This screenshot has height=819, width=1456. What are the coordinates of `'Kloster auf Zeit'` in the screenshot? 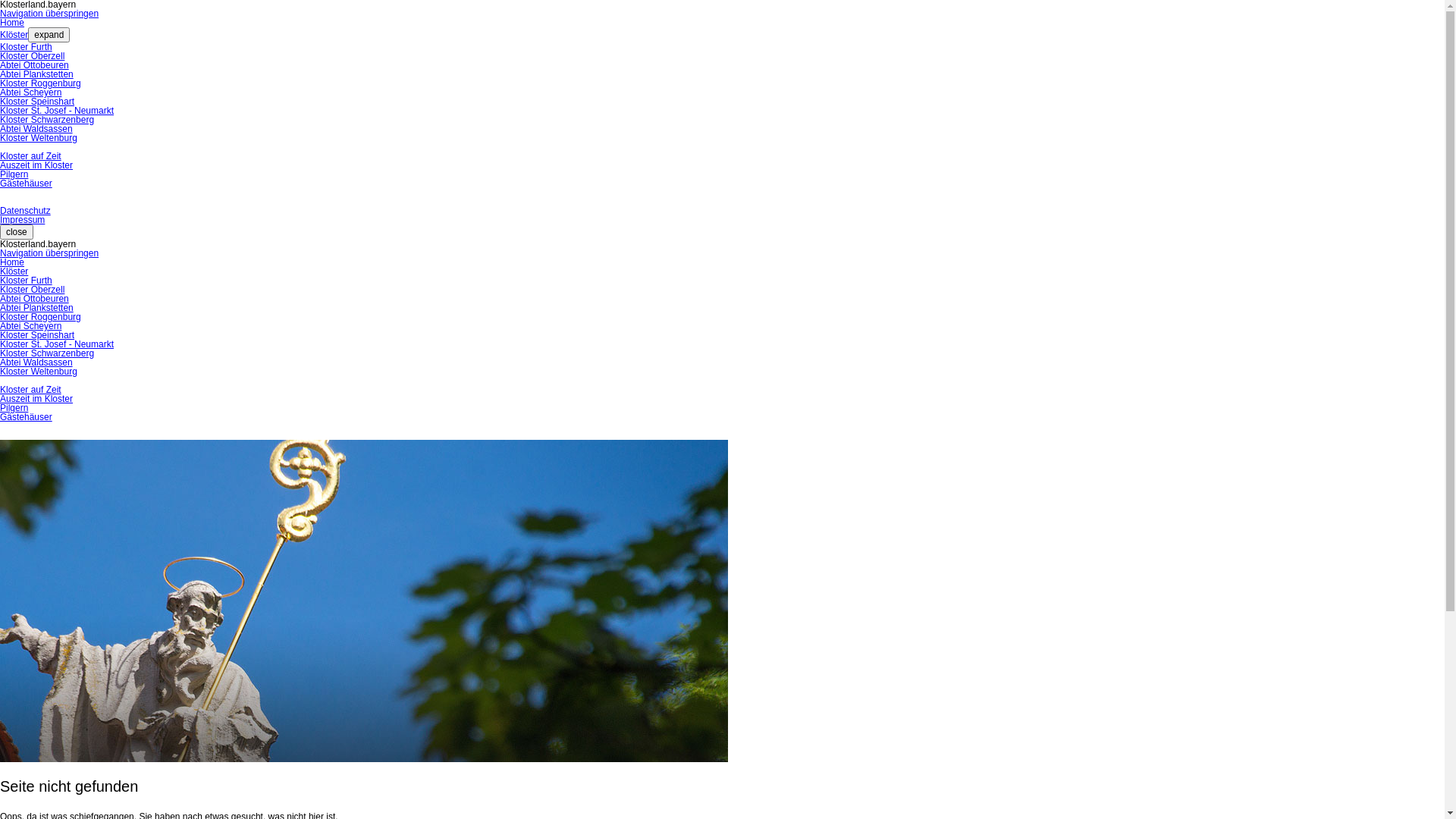 It's located at (30, 388).